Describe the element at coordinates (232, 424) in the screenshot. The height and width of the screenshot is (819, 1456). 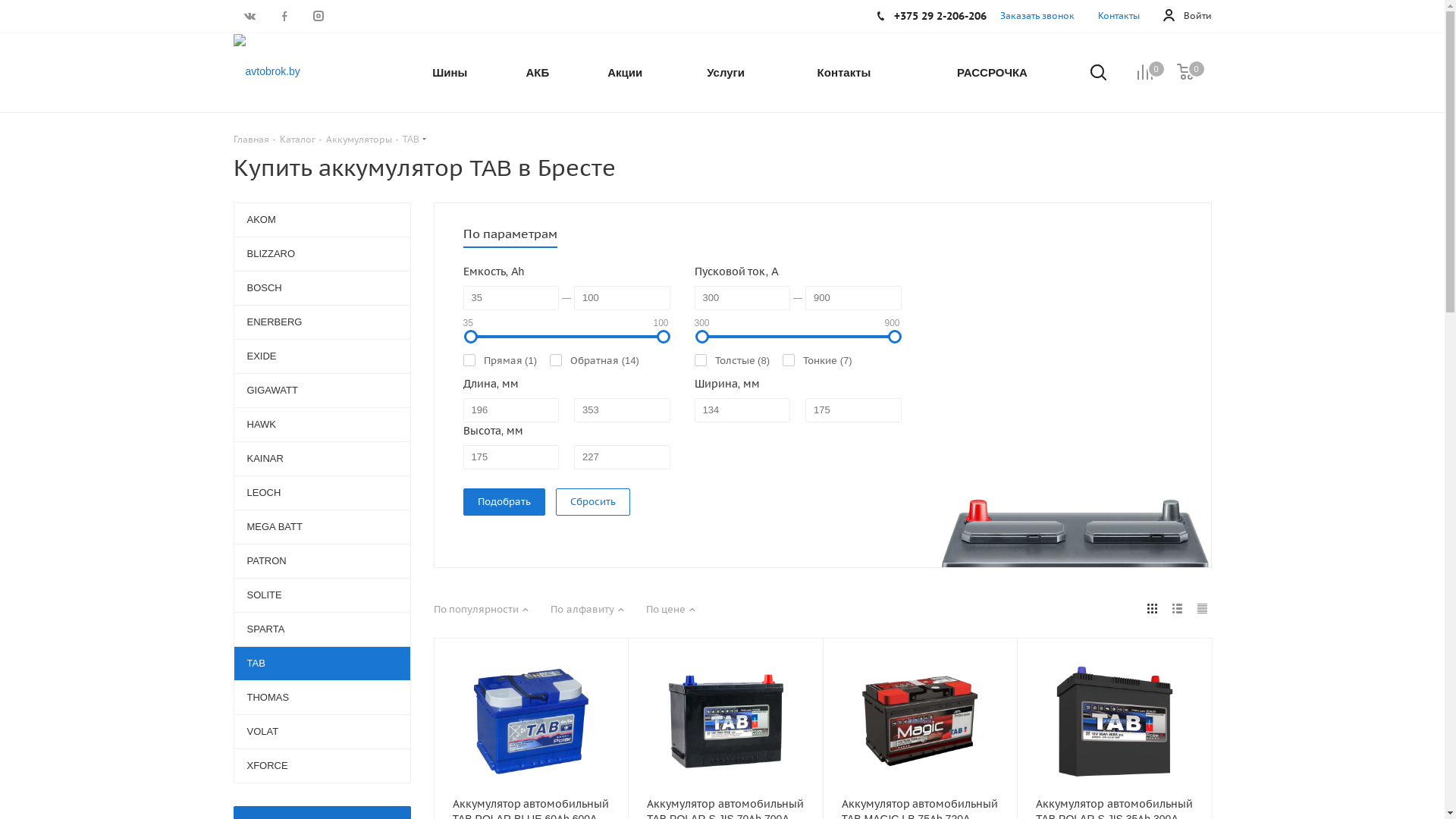
I see `'HAWK'` at that location.